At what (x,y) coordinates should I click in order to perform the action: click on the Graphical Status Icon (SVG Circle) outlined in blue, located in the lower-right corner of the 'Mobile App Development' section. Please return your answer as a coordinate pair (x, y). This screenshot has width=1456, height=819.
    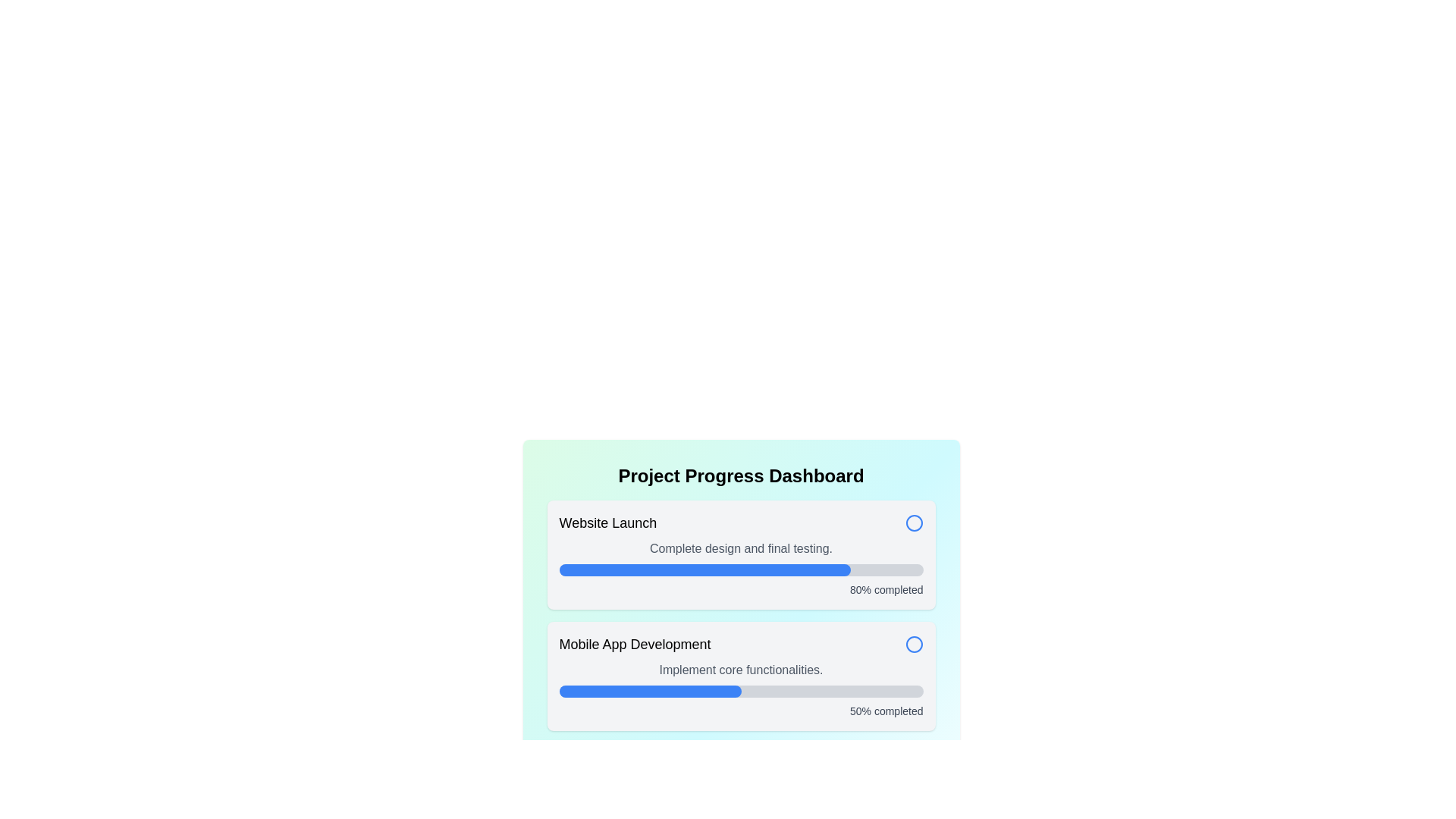
    Looking at the image, I should click on (913, 644).